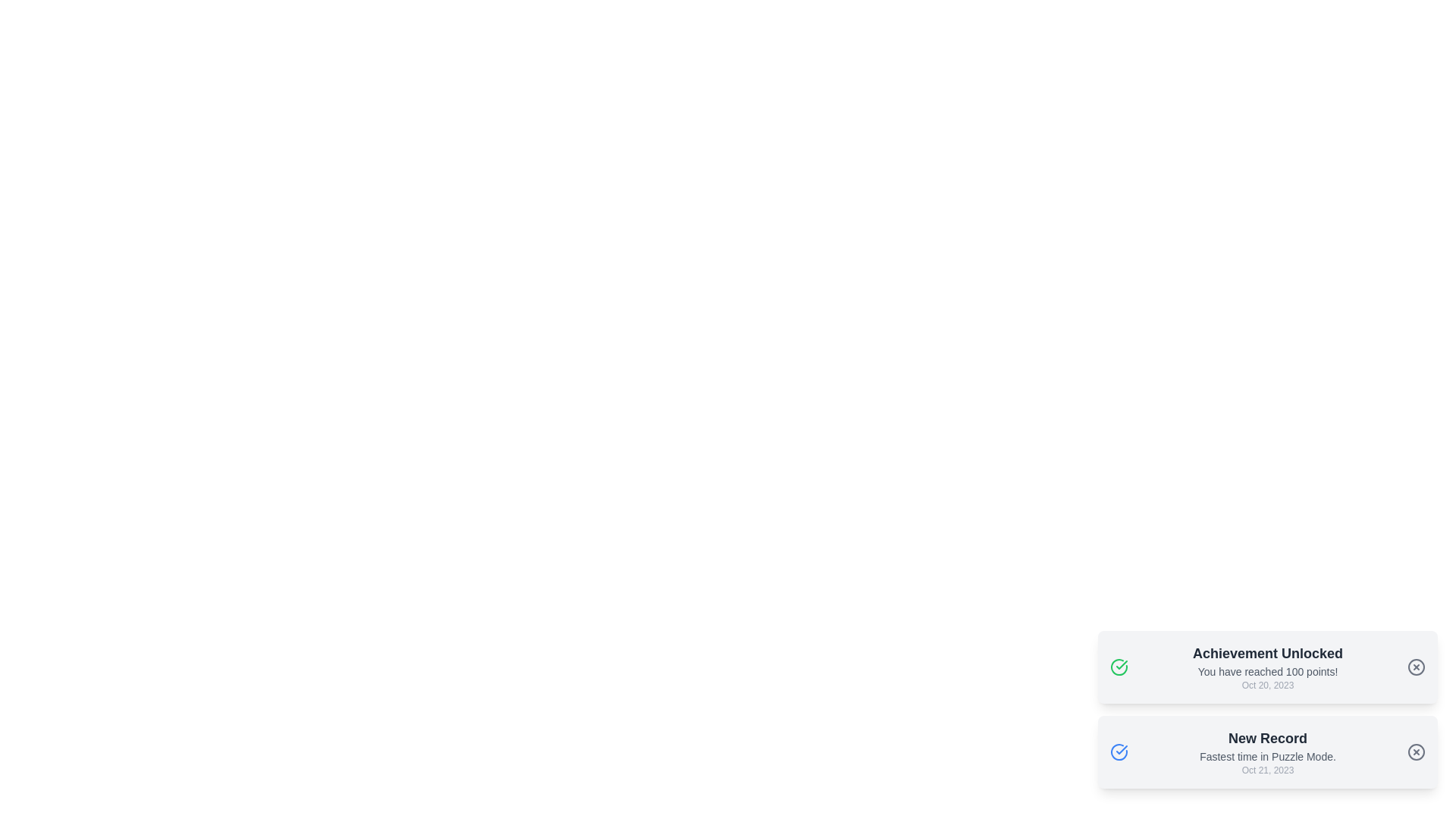  What do you see at coordinates (1267, 685) in the screenshot?
I see `the non-interactive text label that displays the date 'Oct 20, 2023' below the 'Achievement Unlocked' box` at bounding box center [1267, 685].